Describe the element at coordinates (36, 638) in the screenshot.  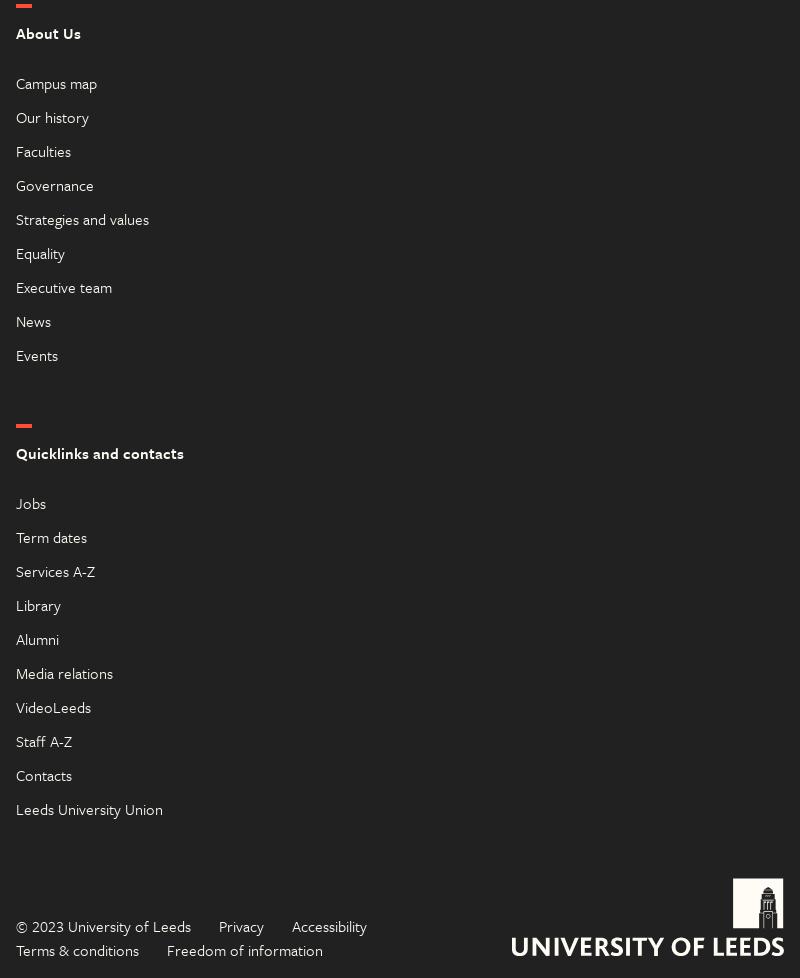
I see `'Alumni'` at that location.